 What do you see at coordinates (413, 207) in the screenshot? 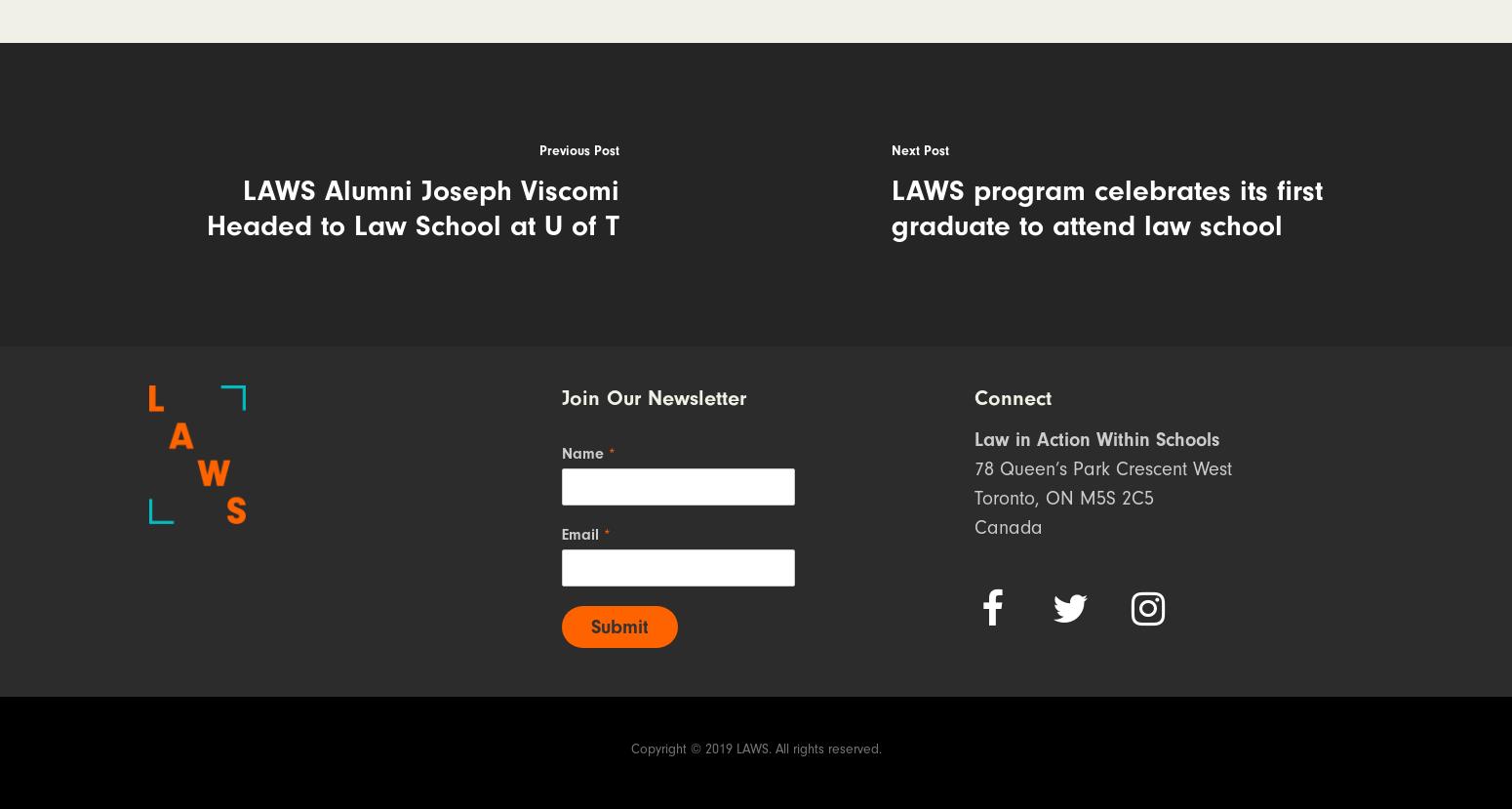
I see `'LAWS Alumni Joseph Viscomi Headed to Law School at U of T'` at bounding box center [413, 207].